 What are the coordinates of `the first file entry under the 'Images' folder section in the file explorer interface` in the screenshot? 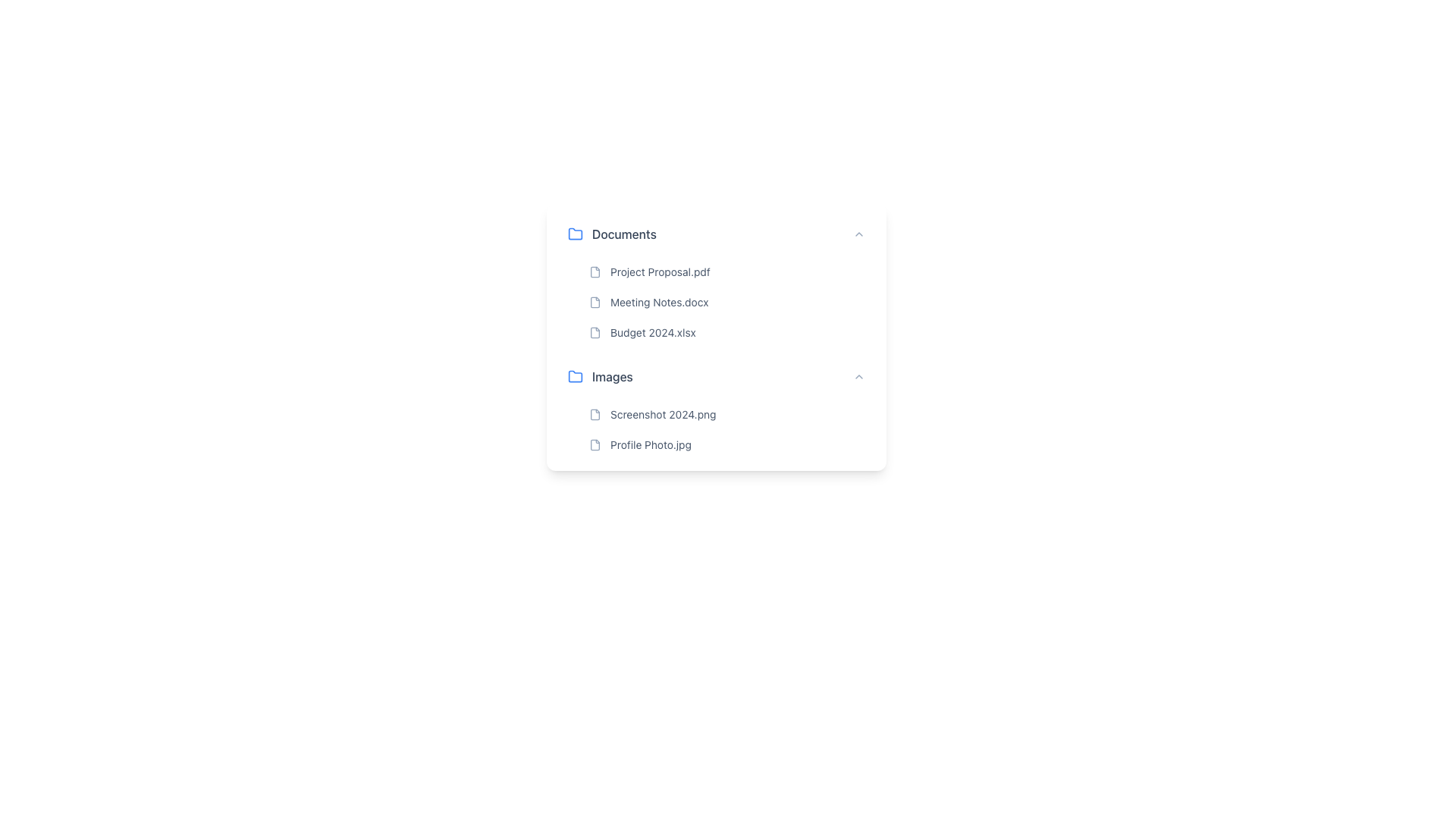 It's located at (716, 408).